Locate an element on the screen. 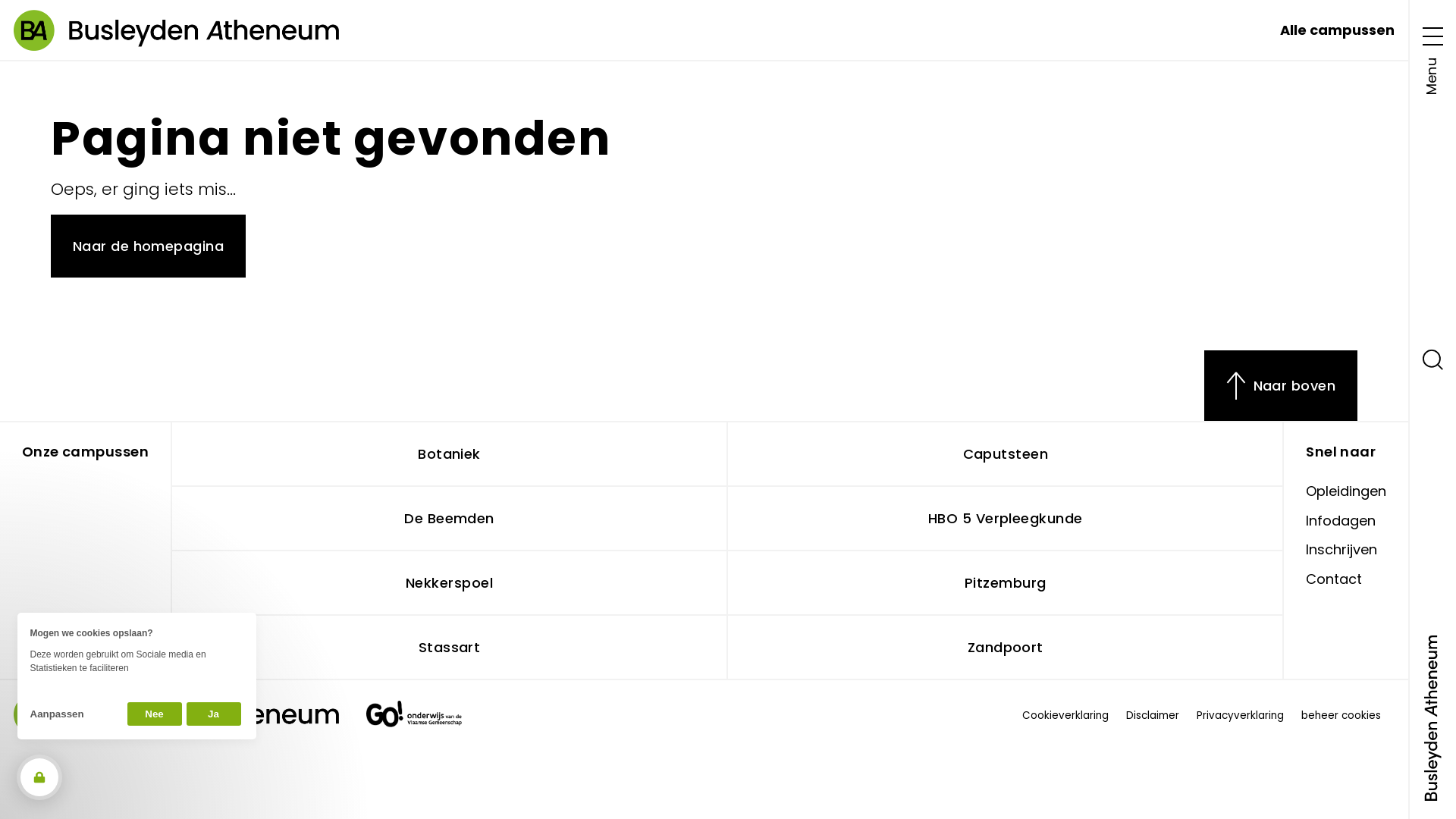 The height and width of the screenshot is (819, 1456). 'Opleidingen' is located at coordinates (1346, 491).